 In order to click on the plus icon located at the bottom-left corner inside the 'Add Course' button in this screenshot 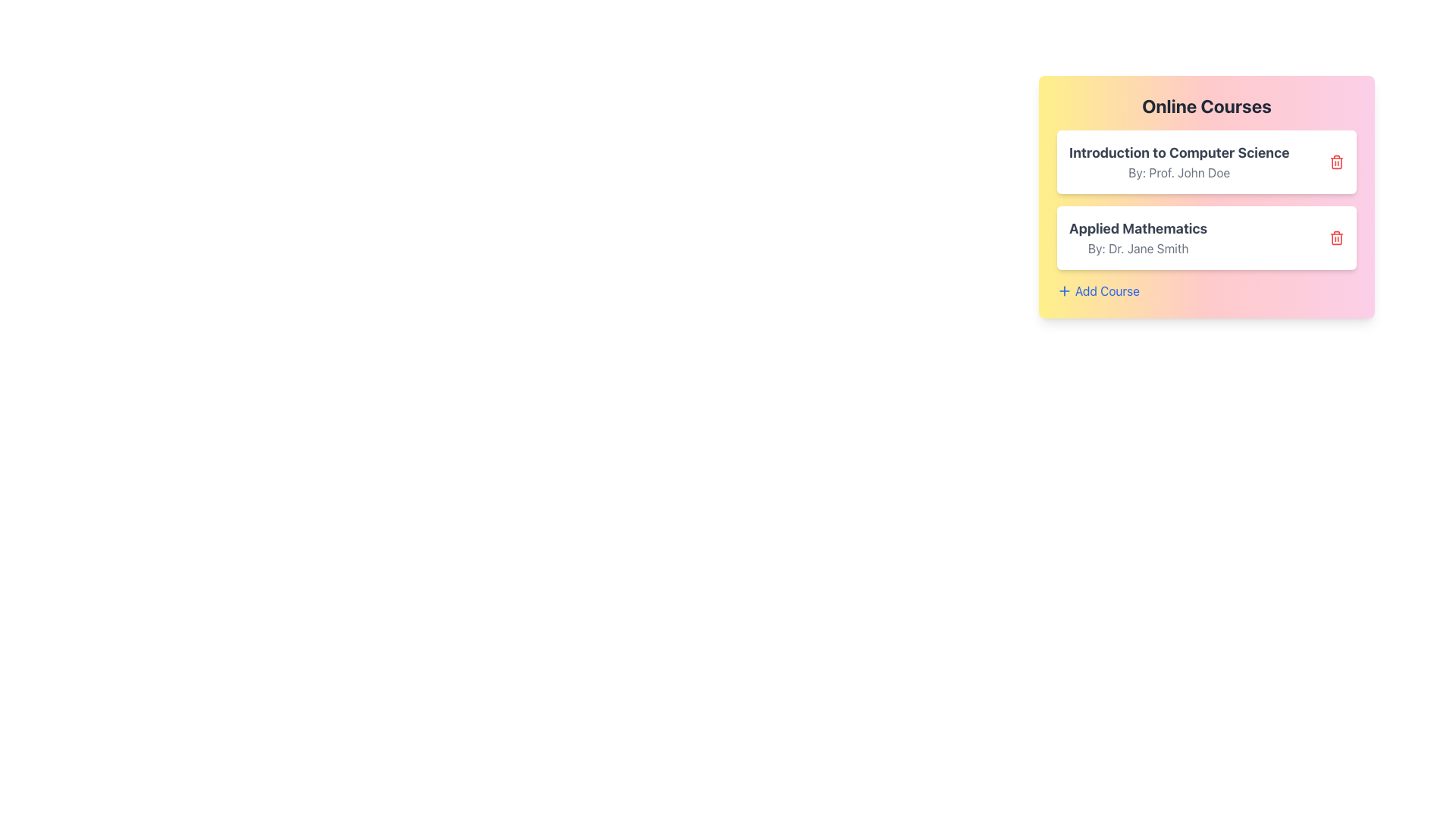, I will do `click(1063, 291)`.